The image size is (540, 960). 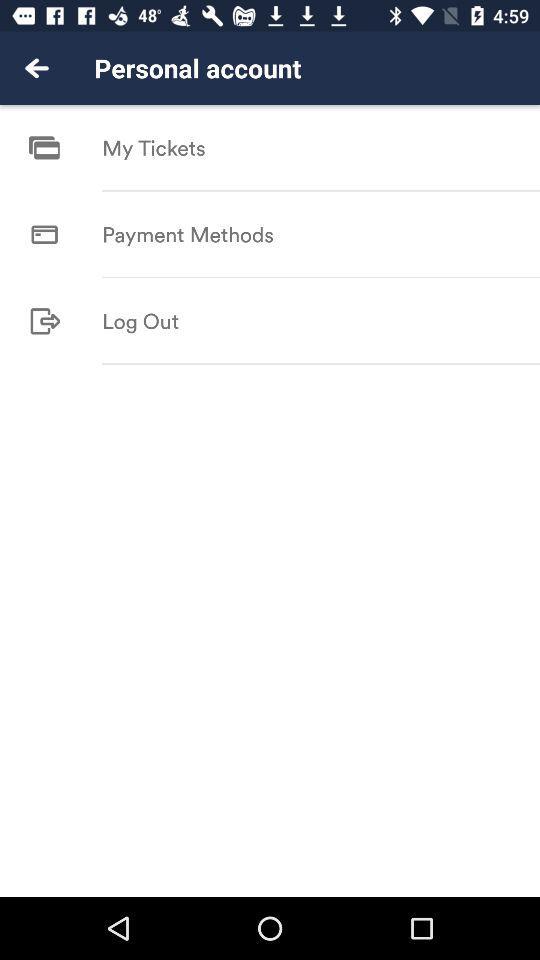 I want to click on the icon below personal account, so click(x=152, y=147).